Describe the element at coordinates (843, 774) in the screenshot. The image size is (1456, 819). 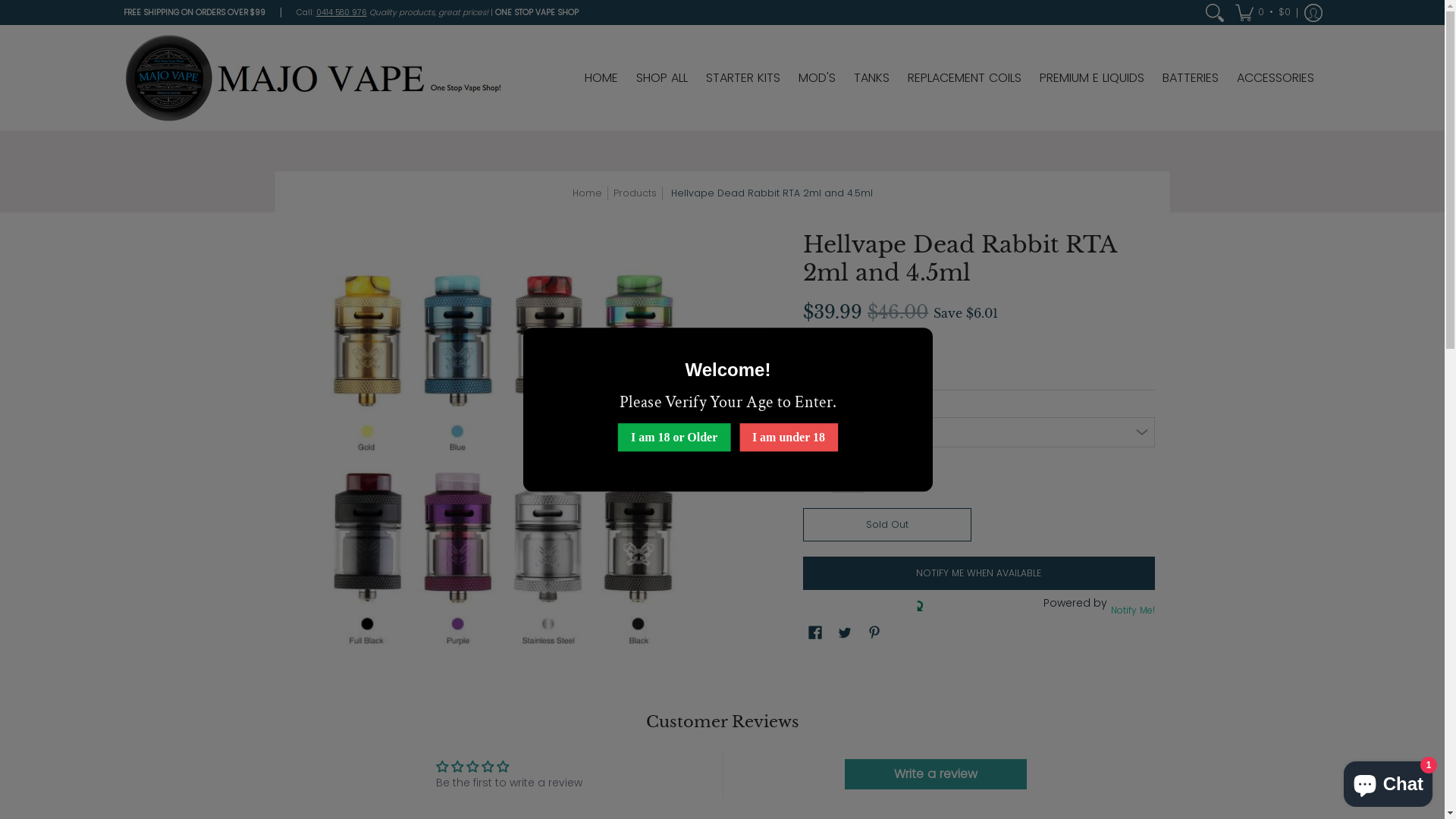
I see `'Write a review'` at that location.